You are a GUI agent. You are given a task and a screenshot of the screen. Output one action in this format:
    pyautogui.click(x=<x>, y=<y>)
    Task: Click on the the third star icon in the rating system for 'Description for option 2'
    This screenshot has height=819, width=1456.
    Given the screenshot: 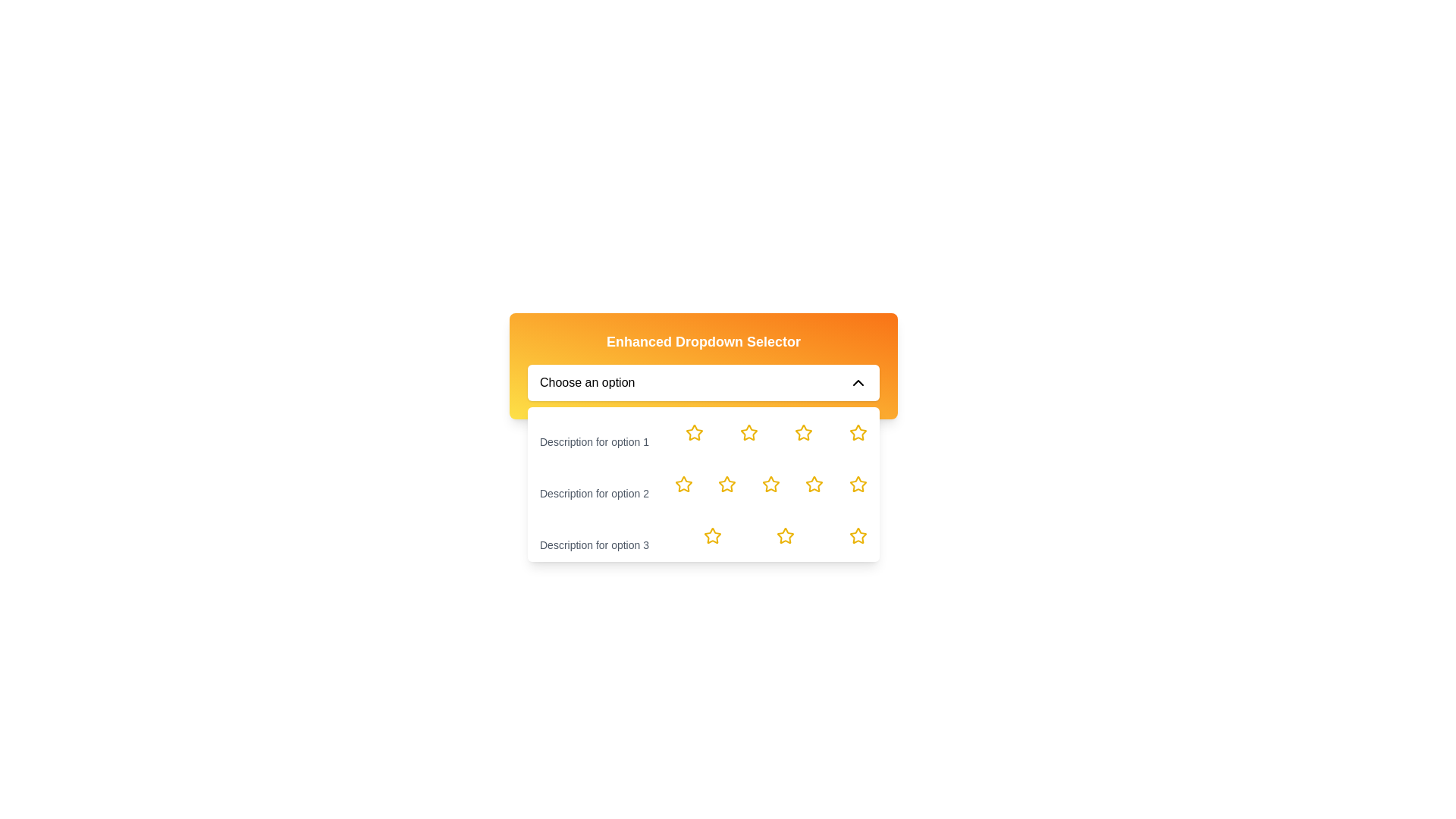 What is the action you would take?
    pyautogui.click(x=682, y=484)
    